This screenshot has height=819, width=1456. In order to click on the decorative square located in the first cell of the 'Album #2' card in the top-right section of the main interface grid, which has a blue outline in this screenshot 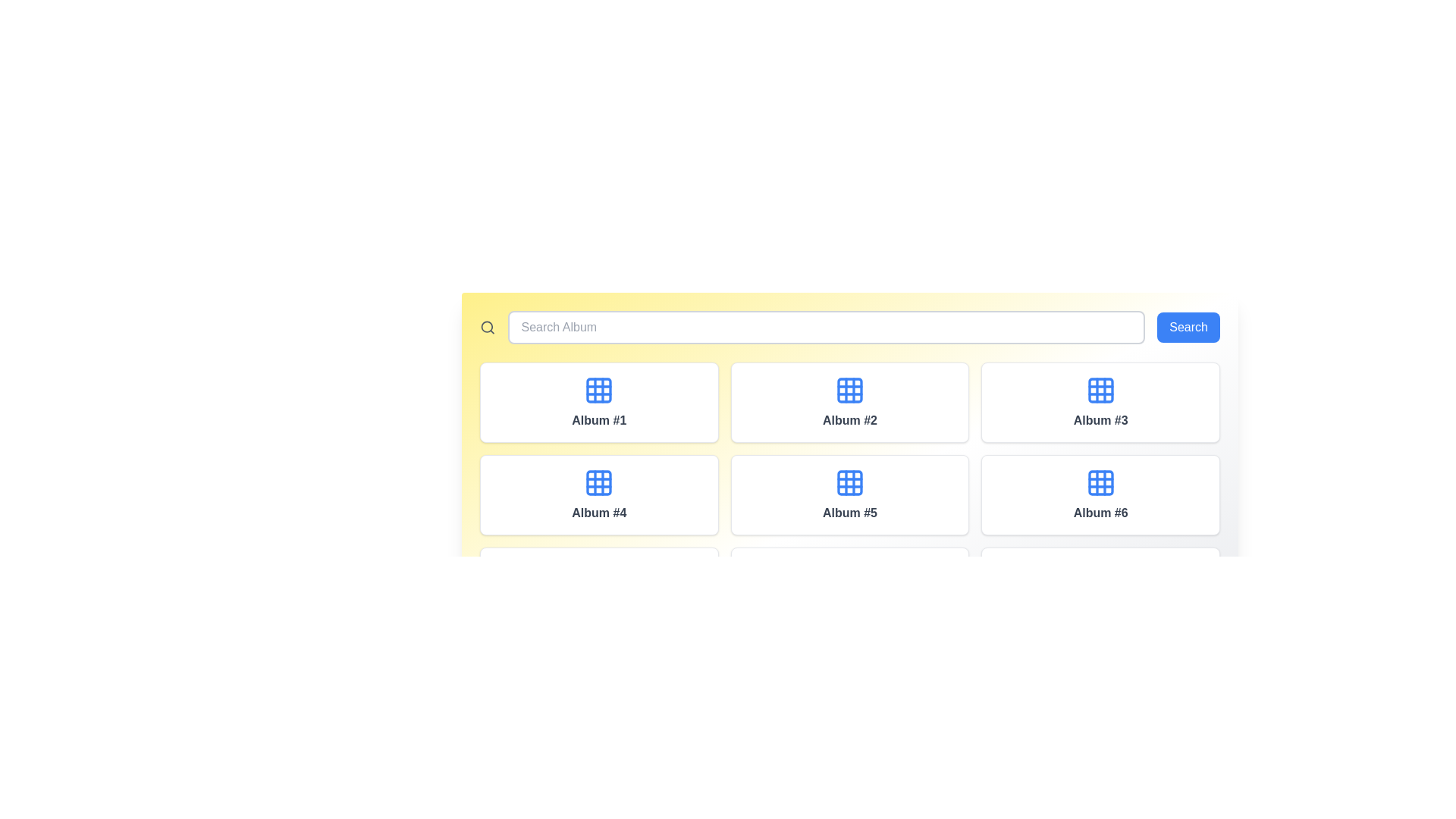, I will do `click(849, 390)`.